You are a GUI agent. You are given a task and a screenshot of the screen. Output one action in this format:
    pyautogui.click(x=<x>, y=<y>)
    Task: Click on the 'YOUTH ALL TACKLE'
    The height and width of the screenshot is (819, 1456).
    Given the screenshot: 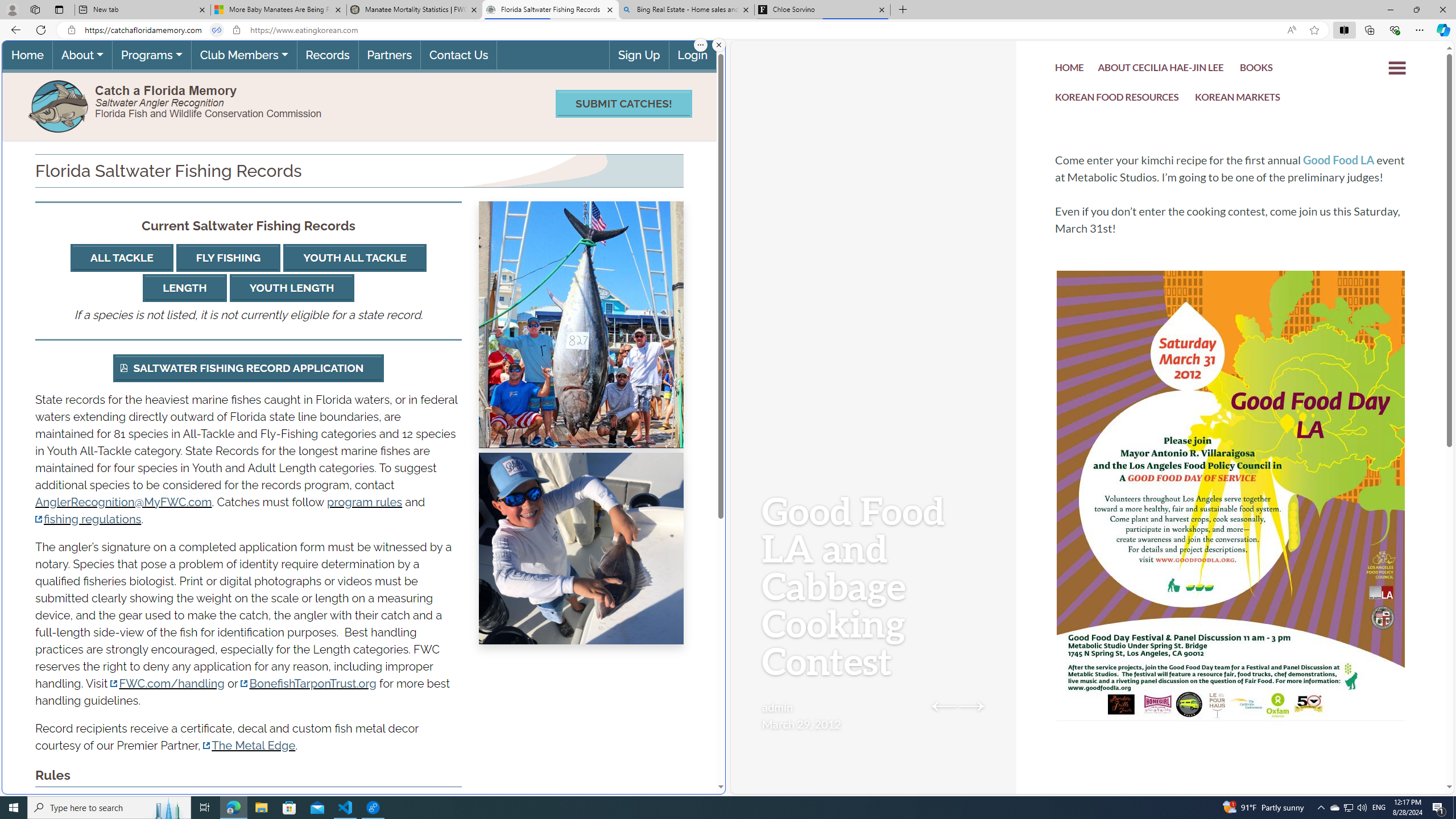 What is the action you would take?
    pyautogui.click(x=354, y=258)
    